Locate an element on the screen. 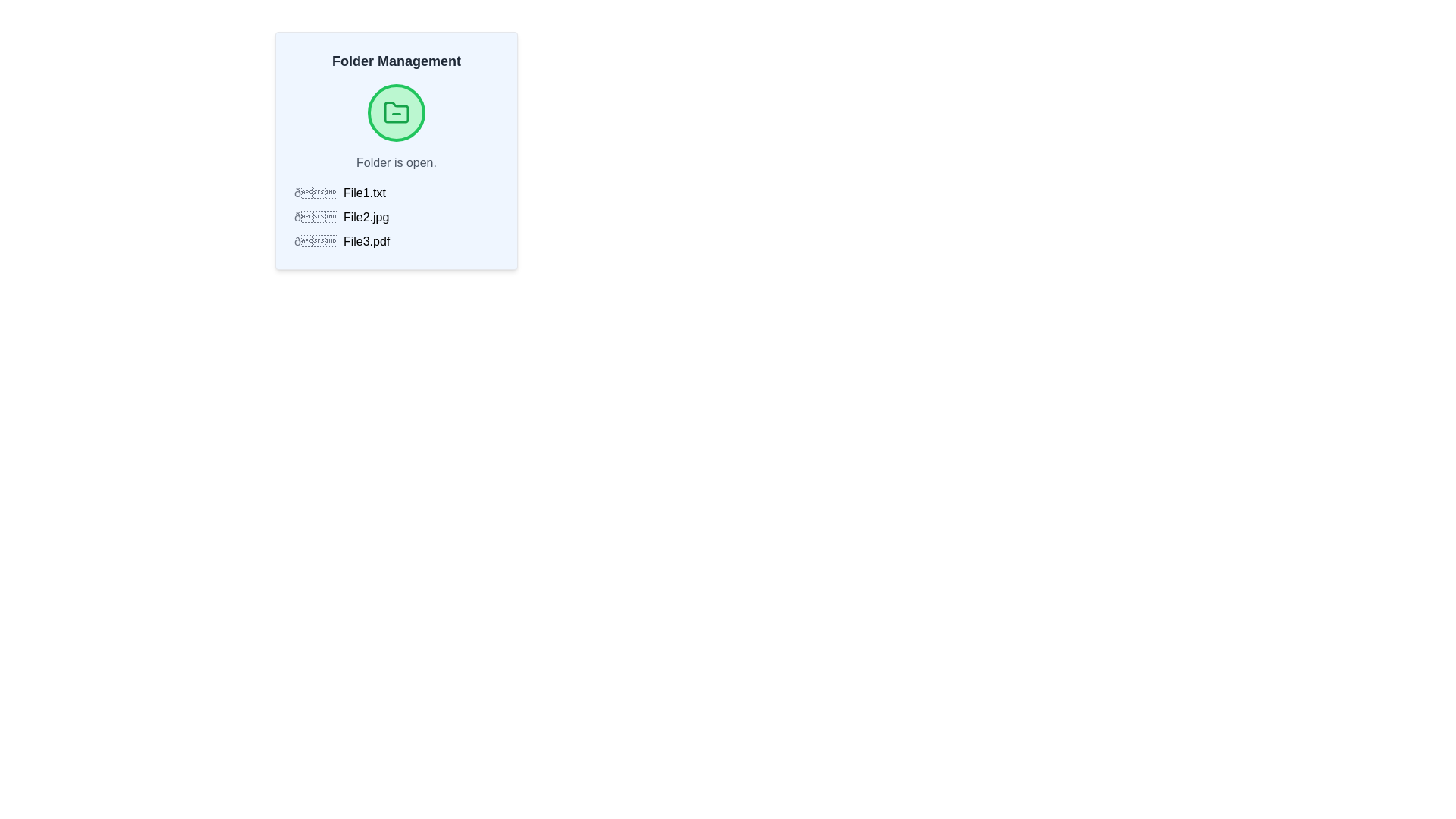 The height and width of the screenshot is (819, 1456). the icon located to the left of the text 'File2.jpg' is located at coordinates (315, 217).